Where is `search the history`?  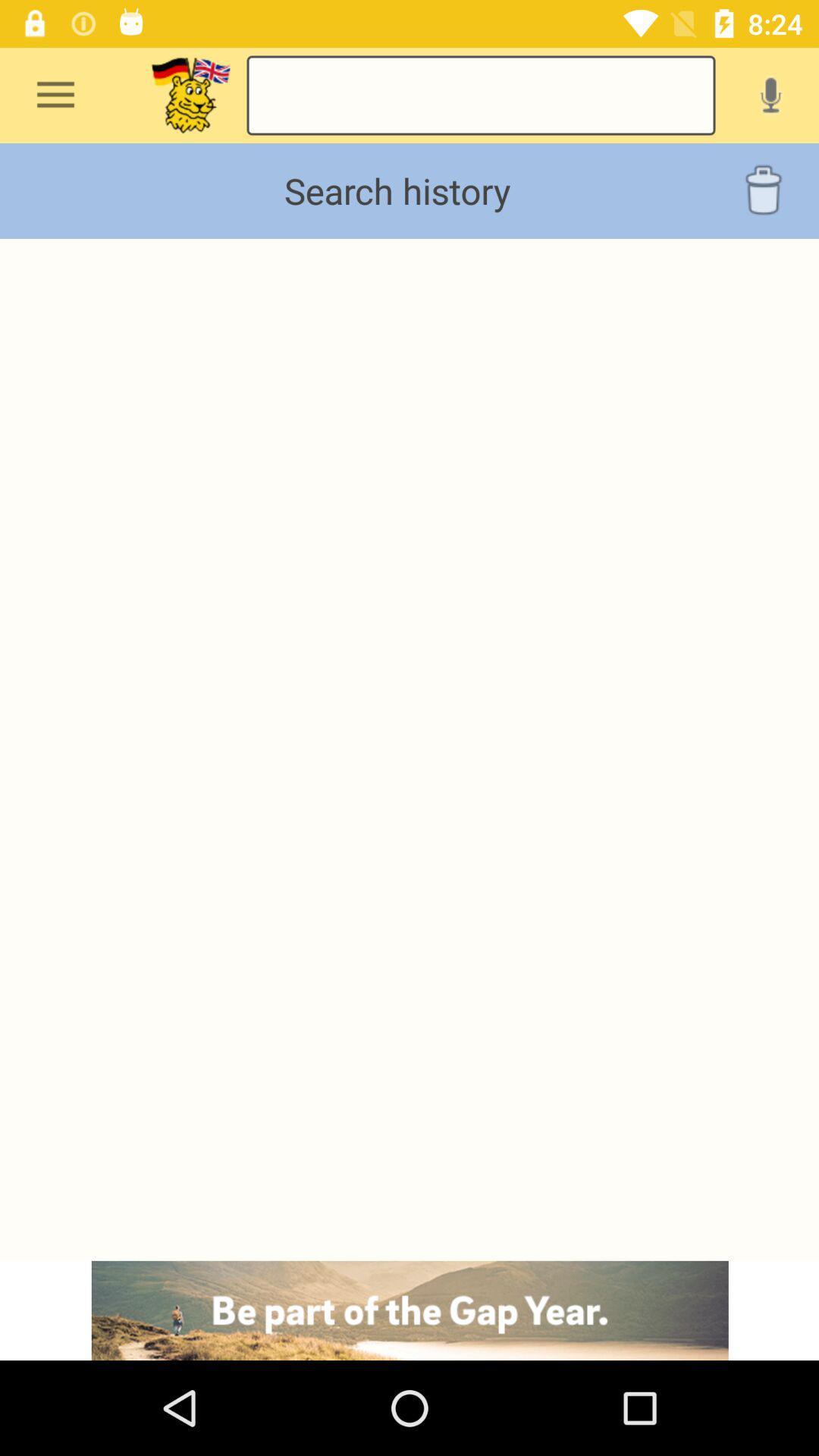 search the history is located at coordinates (481, 94).